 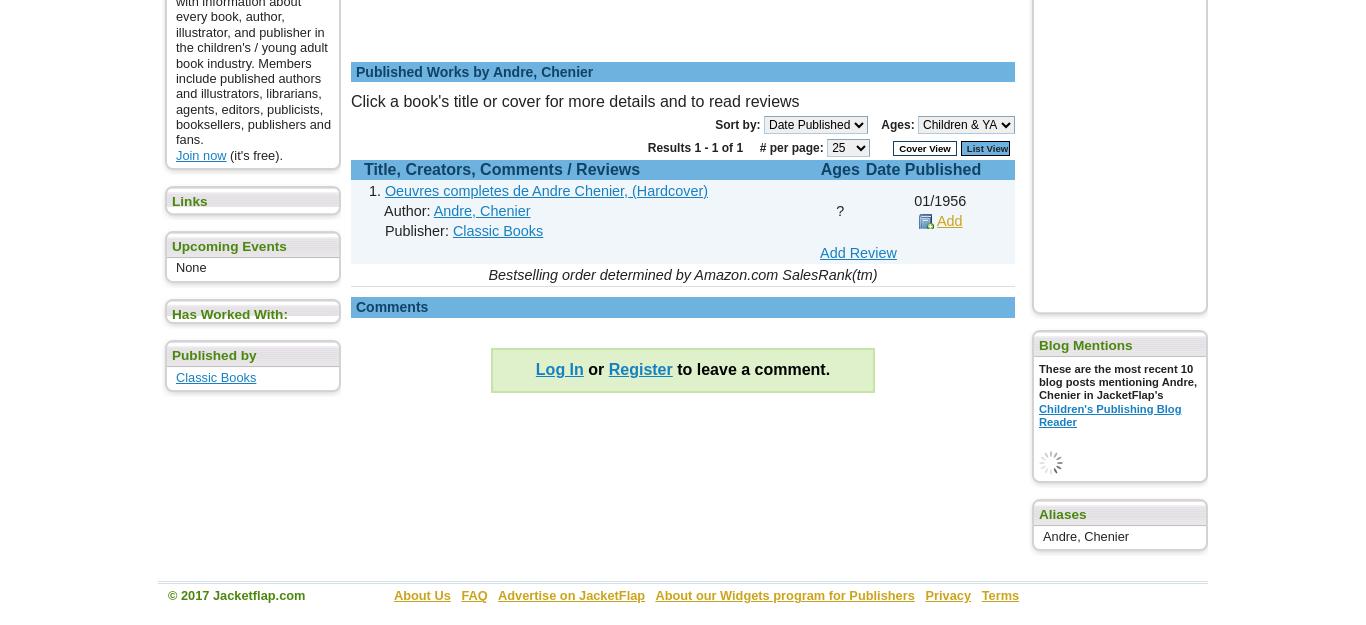 What do you see at coordinates (939, 200) in the screenshot?
I see `'01/1956'` at bounding box center [939, 200].